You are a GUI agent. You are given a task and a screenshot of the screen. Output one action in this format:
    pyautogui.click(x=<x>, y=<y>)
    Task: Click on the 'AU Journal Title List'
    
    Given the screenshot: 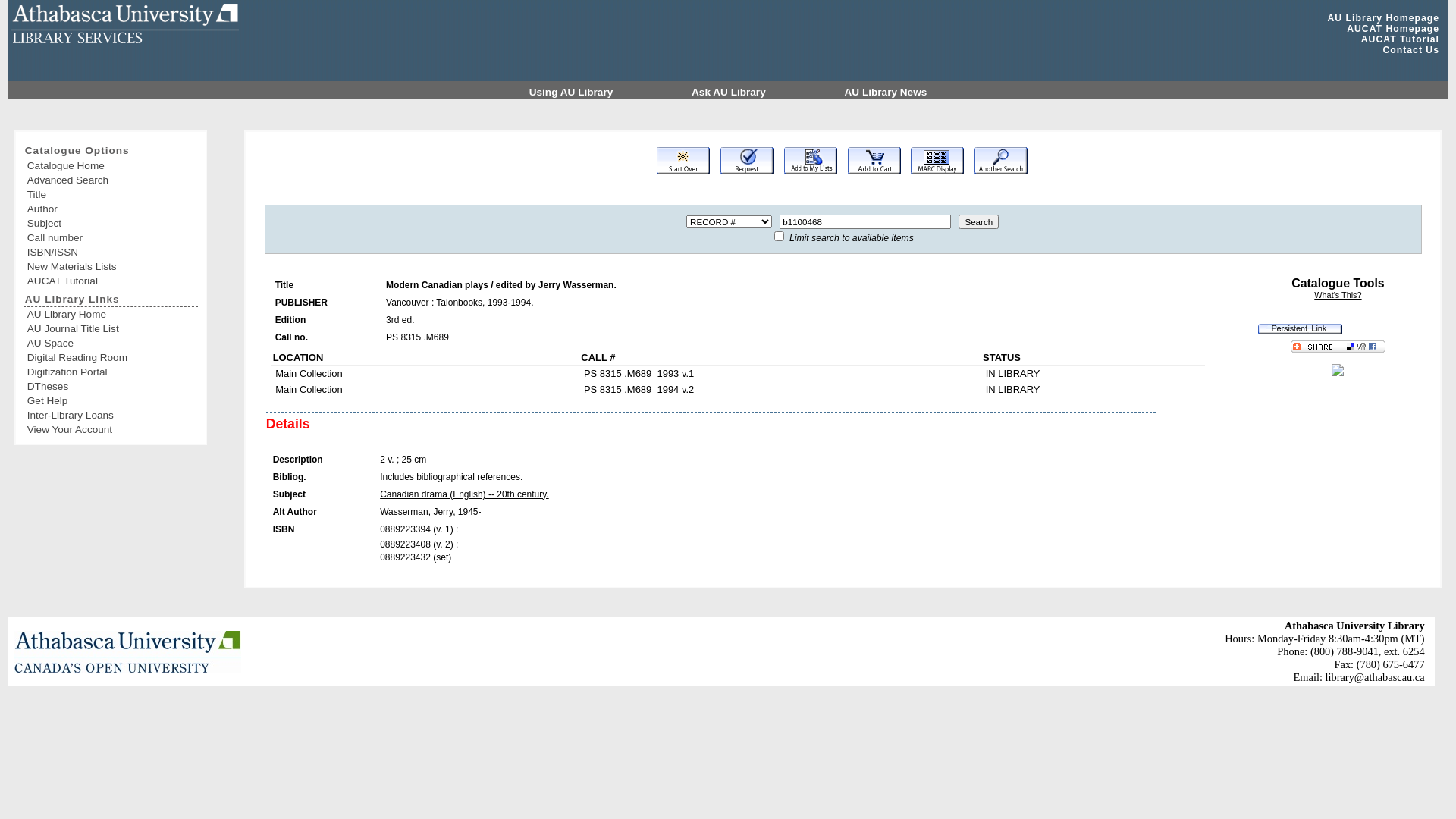 What is the action you would take?
    pyautogui.click(x=111, y=328)
    